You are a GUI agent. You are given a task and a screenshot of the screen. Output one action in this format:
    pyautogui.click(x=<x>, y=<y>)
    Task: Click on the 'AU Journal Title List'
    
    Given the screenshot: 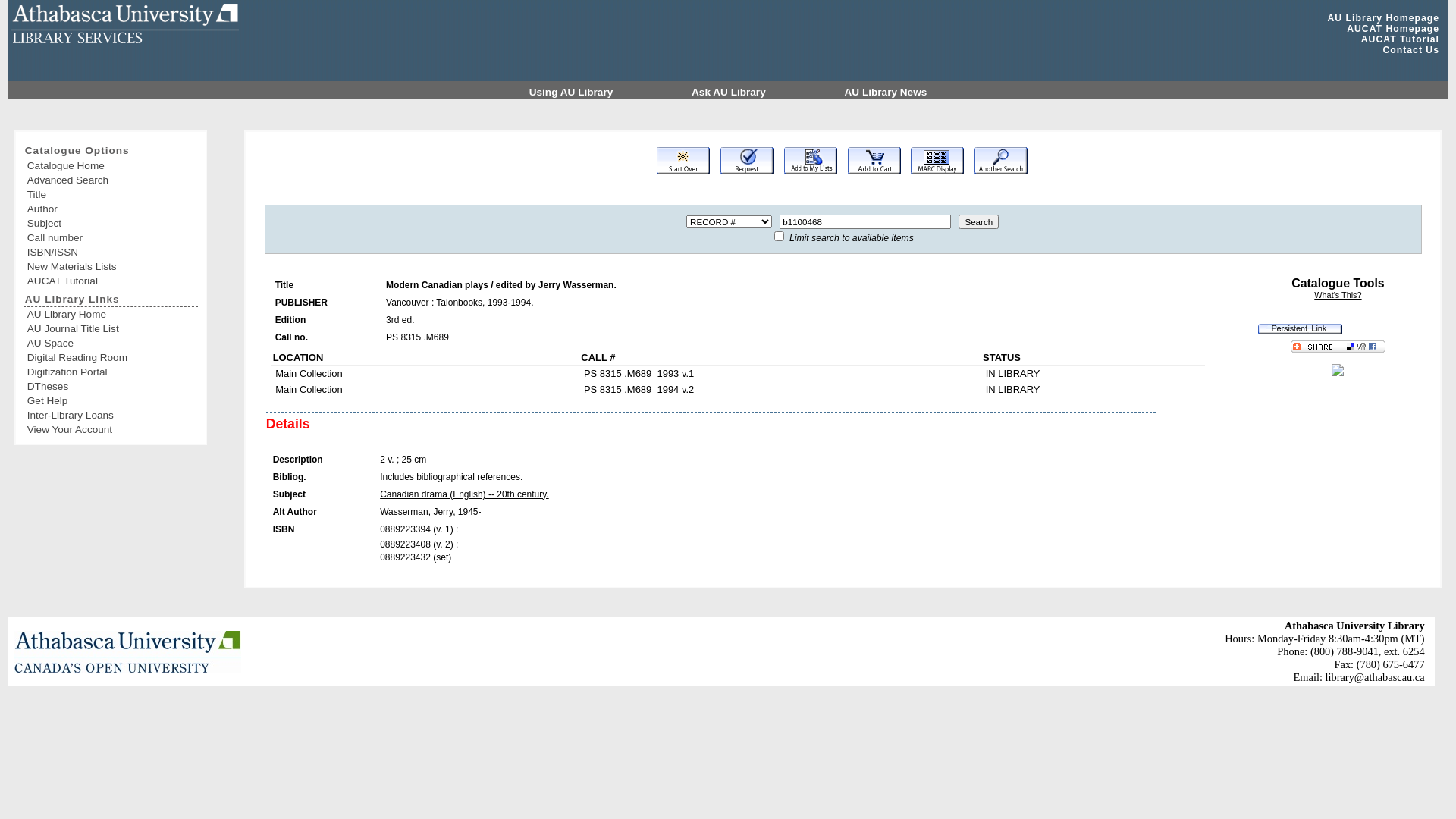 What is the action you would take?
    pyautogui.click(x=111, y=328)
    